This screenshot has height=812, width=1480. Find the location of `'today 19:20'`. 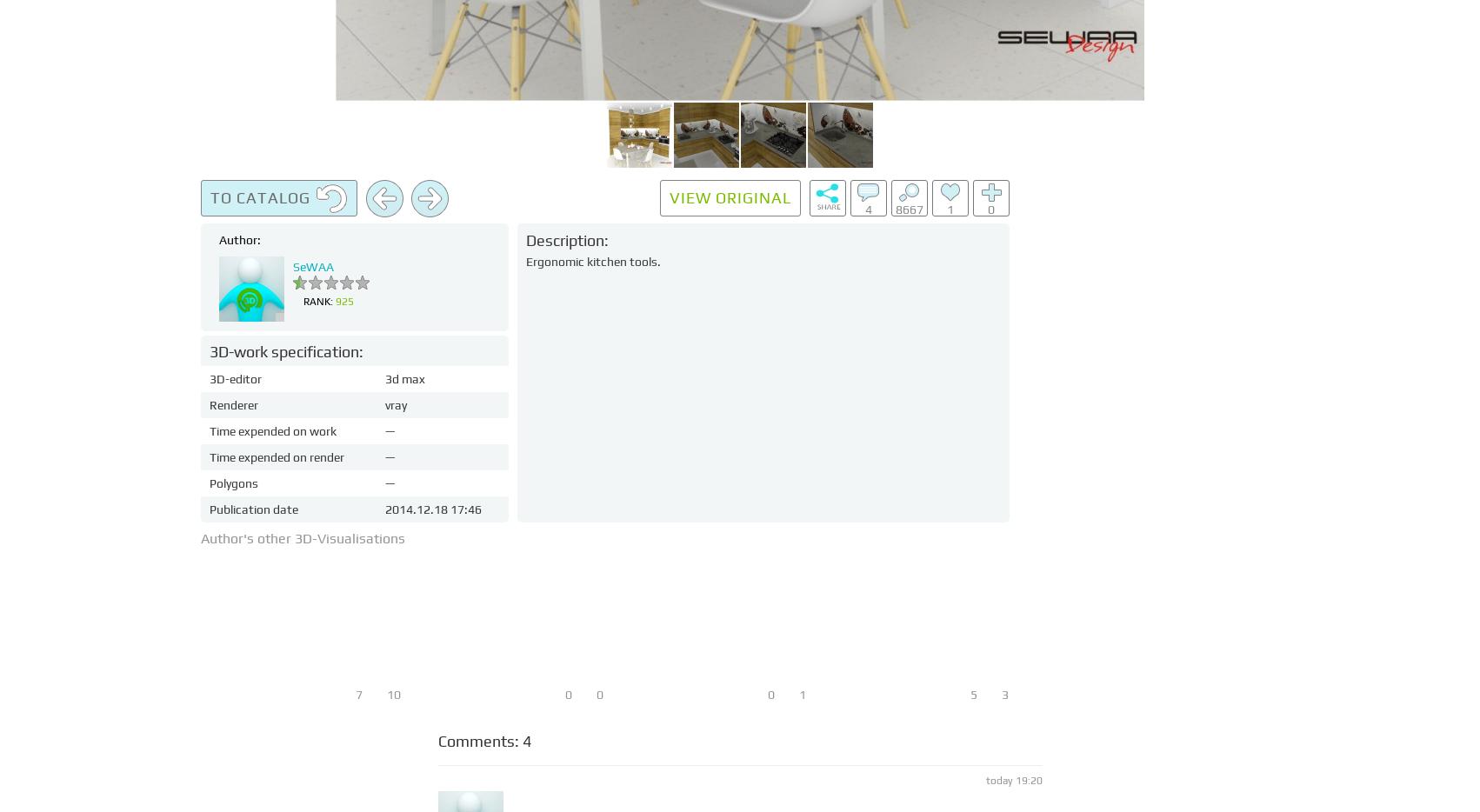

'today 19:20' is located at coordinates (1013, 781).